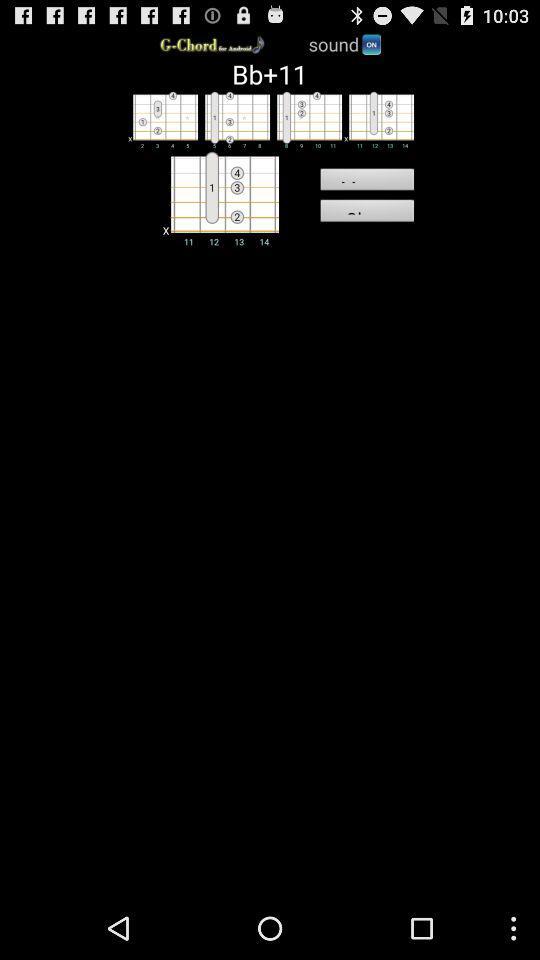 The height and width of the screenshot is (960, 540). Describe the element at coordinates (232, 119) in the screenshot. I see `image` at that location.